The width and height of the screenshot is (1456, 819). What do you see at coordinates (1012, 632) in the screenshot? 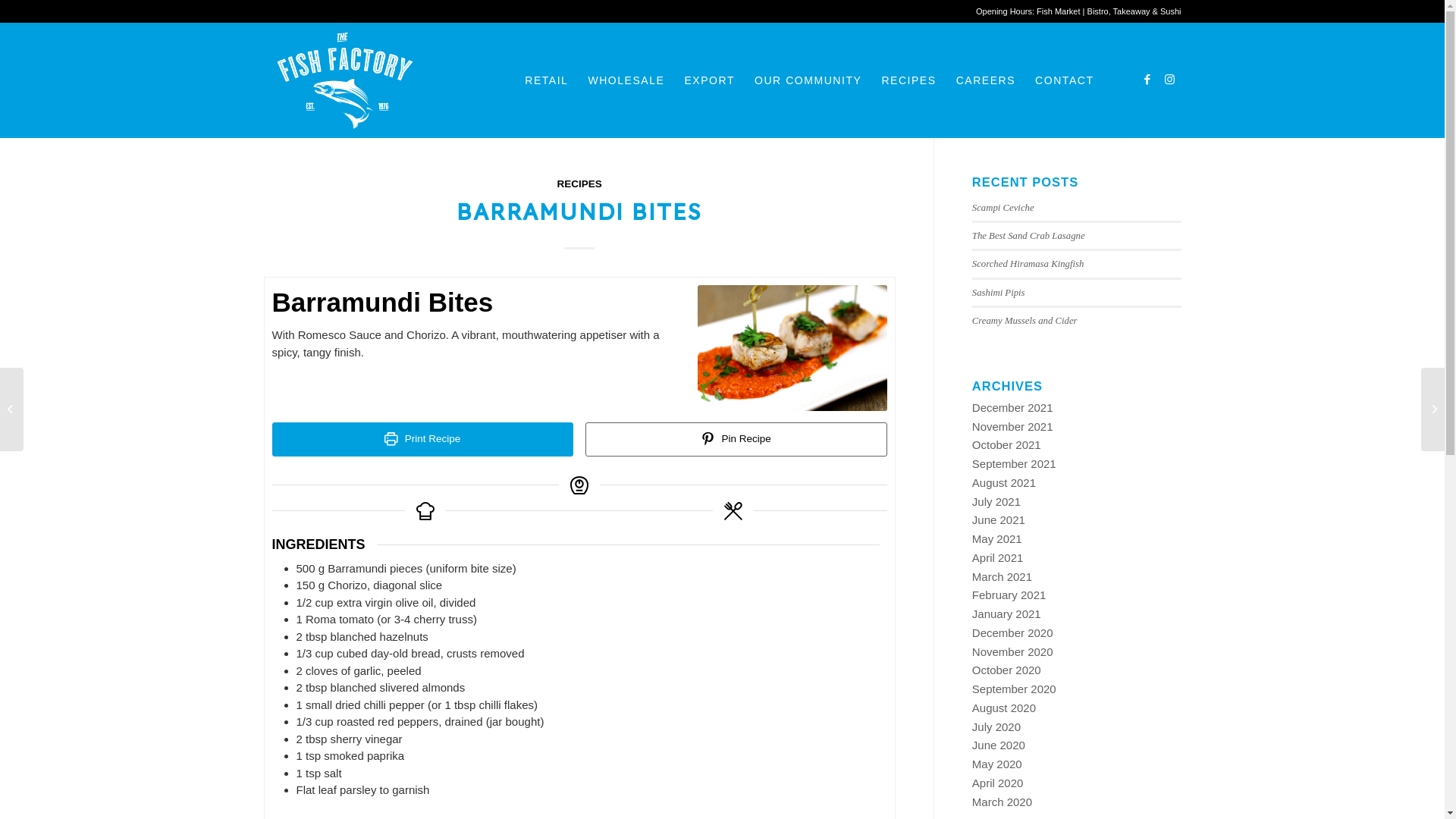
I see `'December 2020'` at bounding box center [1012, 632].